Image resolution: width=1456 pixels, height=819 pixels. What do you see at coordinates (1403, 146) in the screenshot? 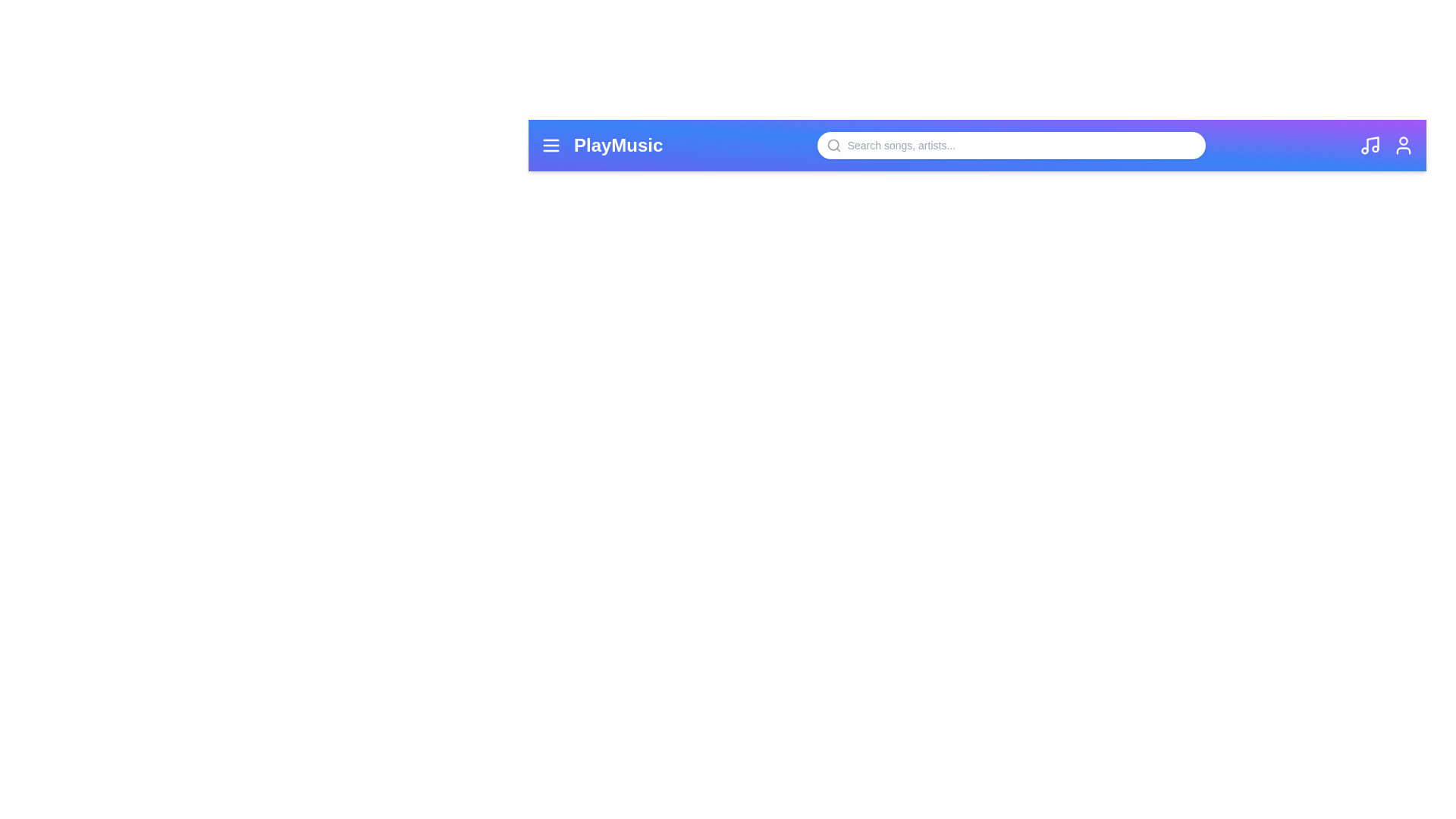
I see `the user icon to access user-related options` at bounding box center [1403, 146].